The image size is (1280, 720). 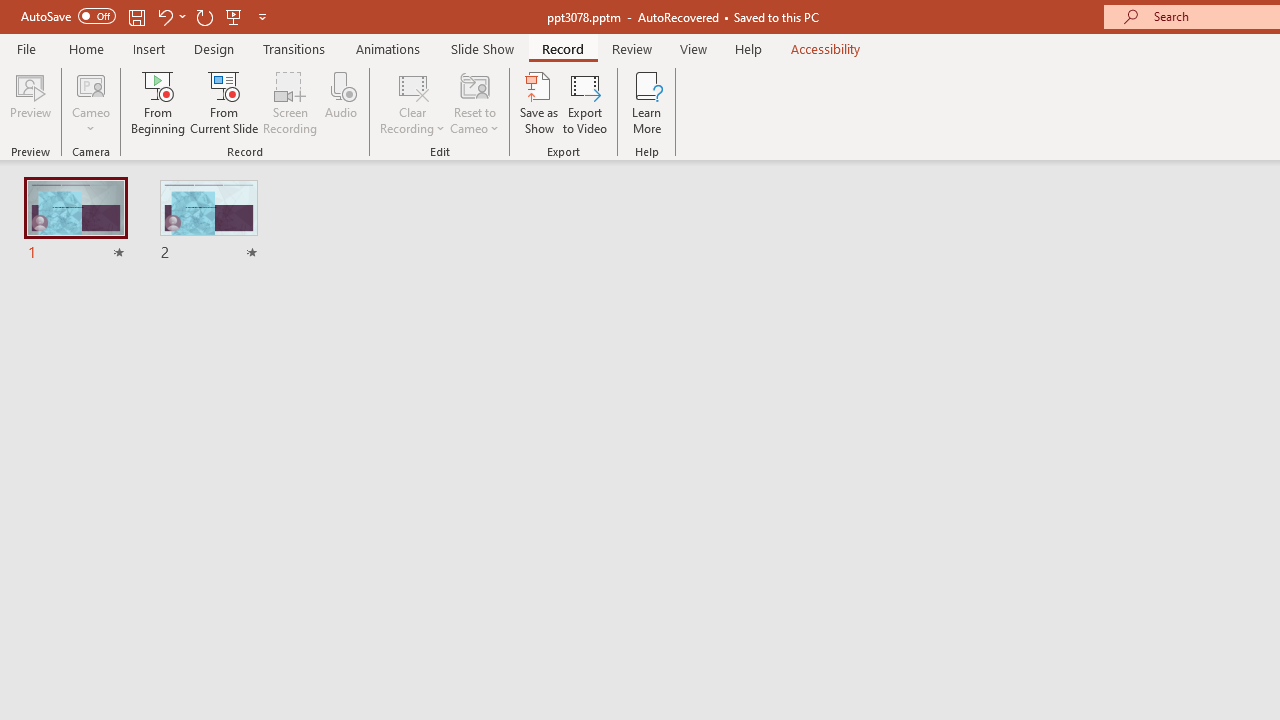 I want to click on 'Audio', so click(x=341, y=103).